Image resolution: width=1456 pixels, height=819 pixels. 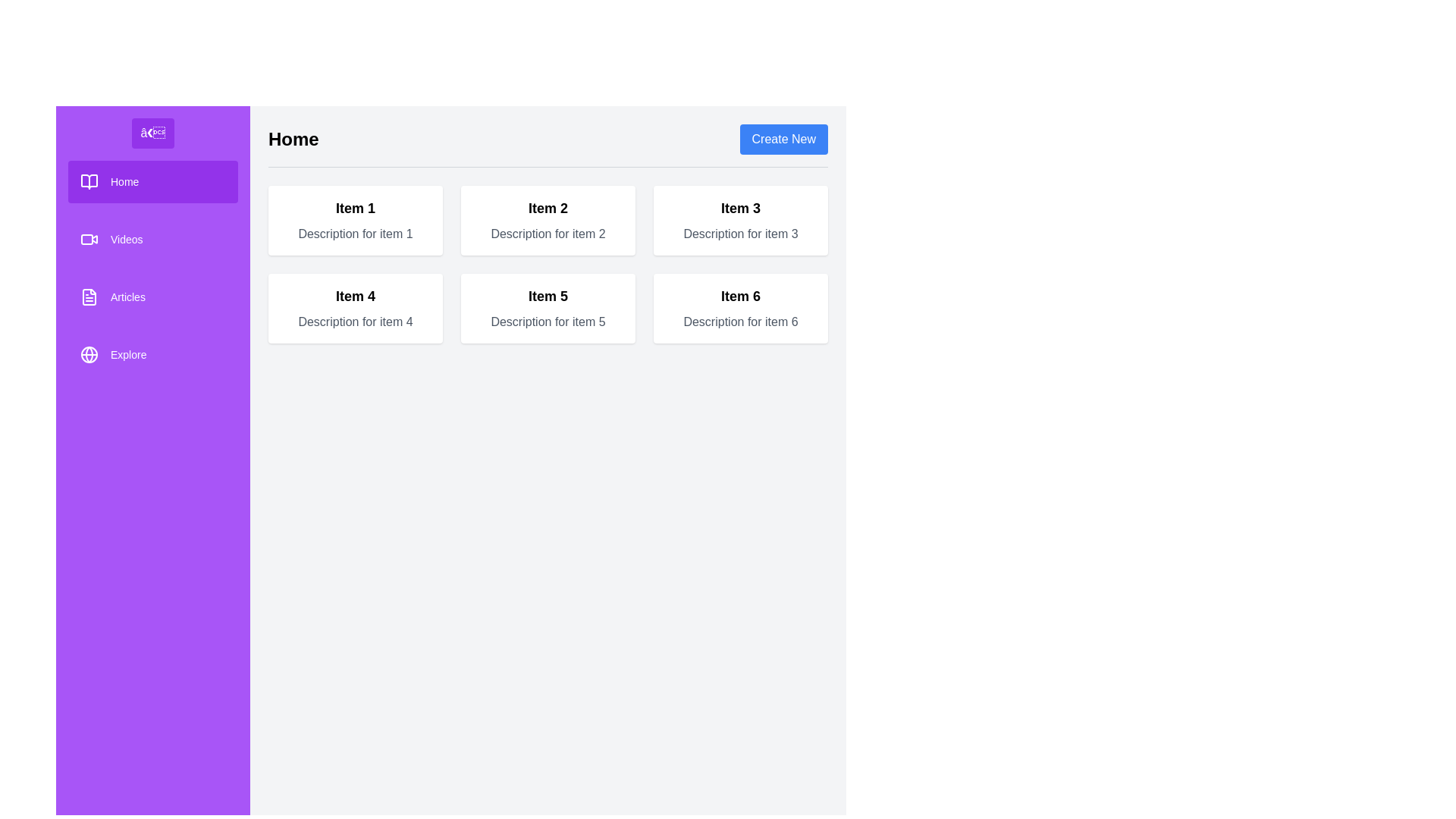 What do you see at coordinates (89, 297) in the screenshot?
I see `the rectangular document icon with a folded top-right corner located in the navigation sidebar, adjacent to the 'Articles' label` at bounding box center [89, 297].